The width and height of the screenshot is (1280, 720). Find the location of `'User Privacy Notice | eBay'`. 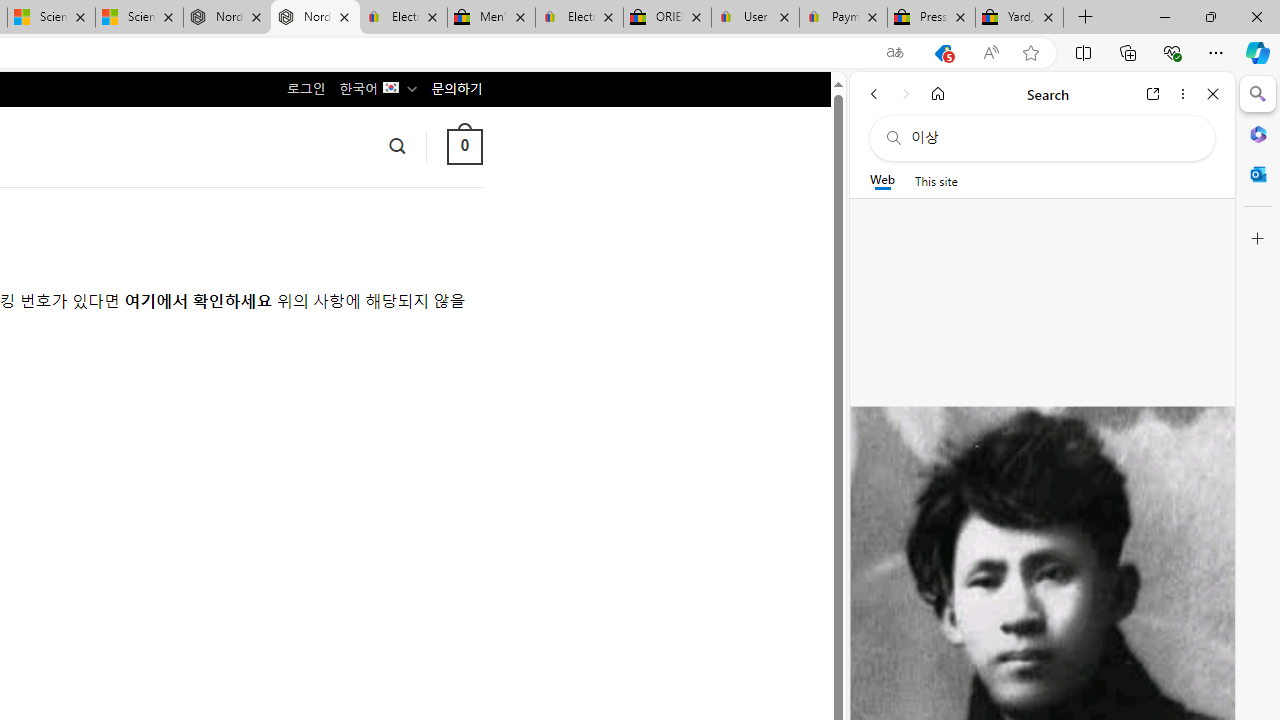

'User Privacy Notice | eBay' is located at coordinates (754, 17).